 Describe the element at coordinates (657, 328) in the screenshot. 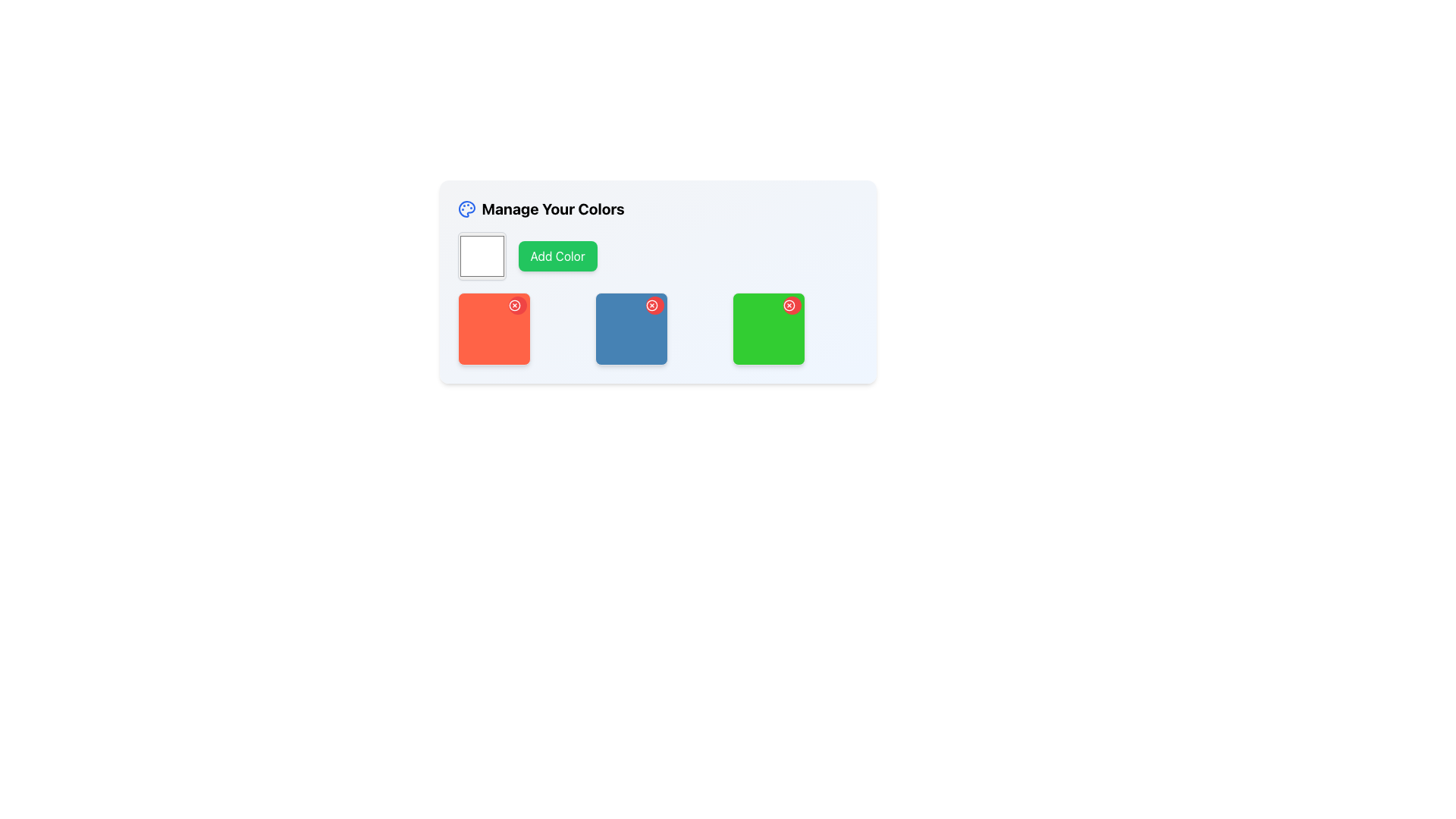

I see `the individual tiles within the Grid Layout located towards the bottom section of the interface, just below the 'Add Color' button` at that location.